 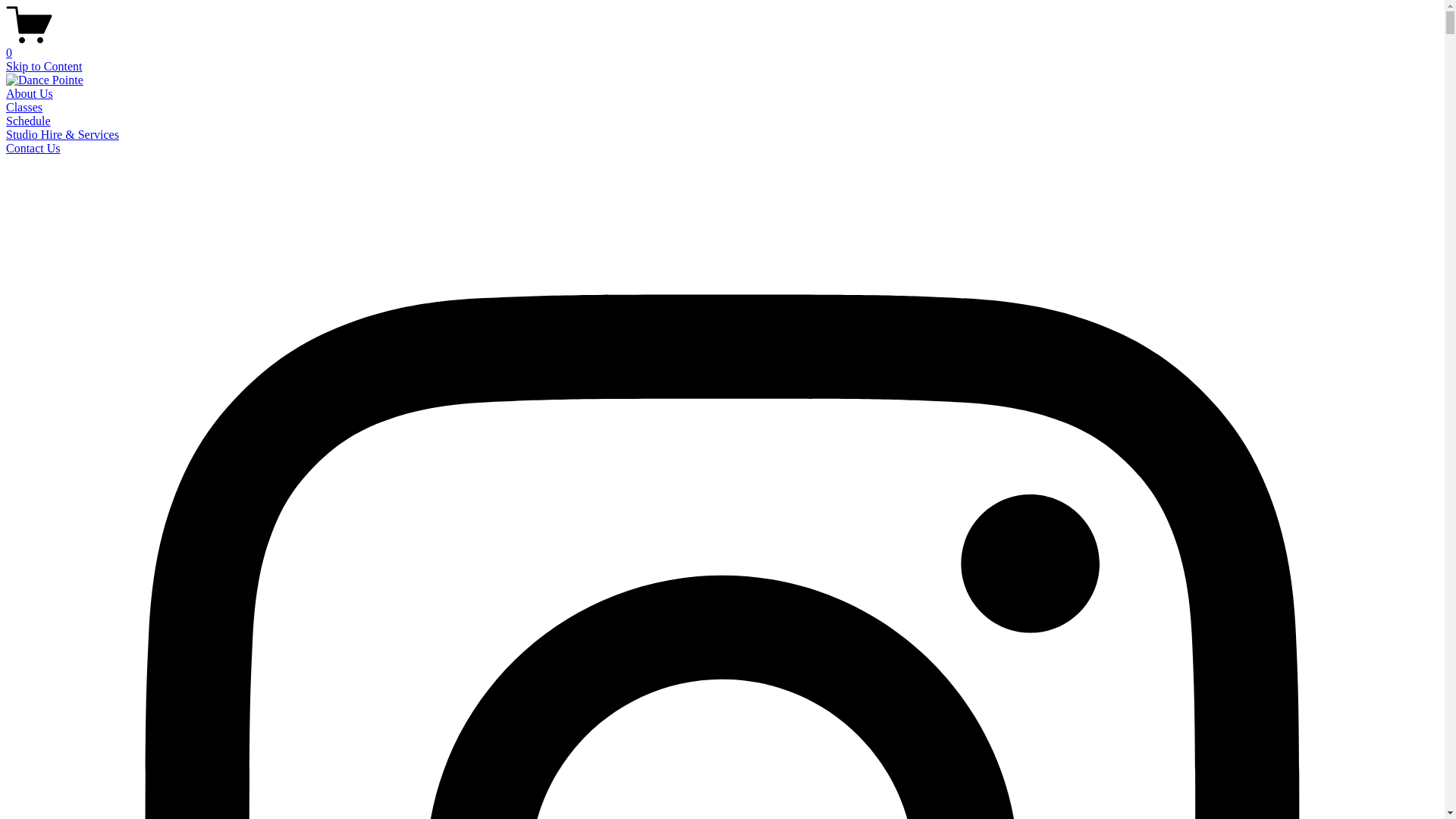 I want to click on 'Skip to Content', so click(x=43, y=65).